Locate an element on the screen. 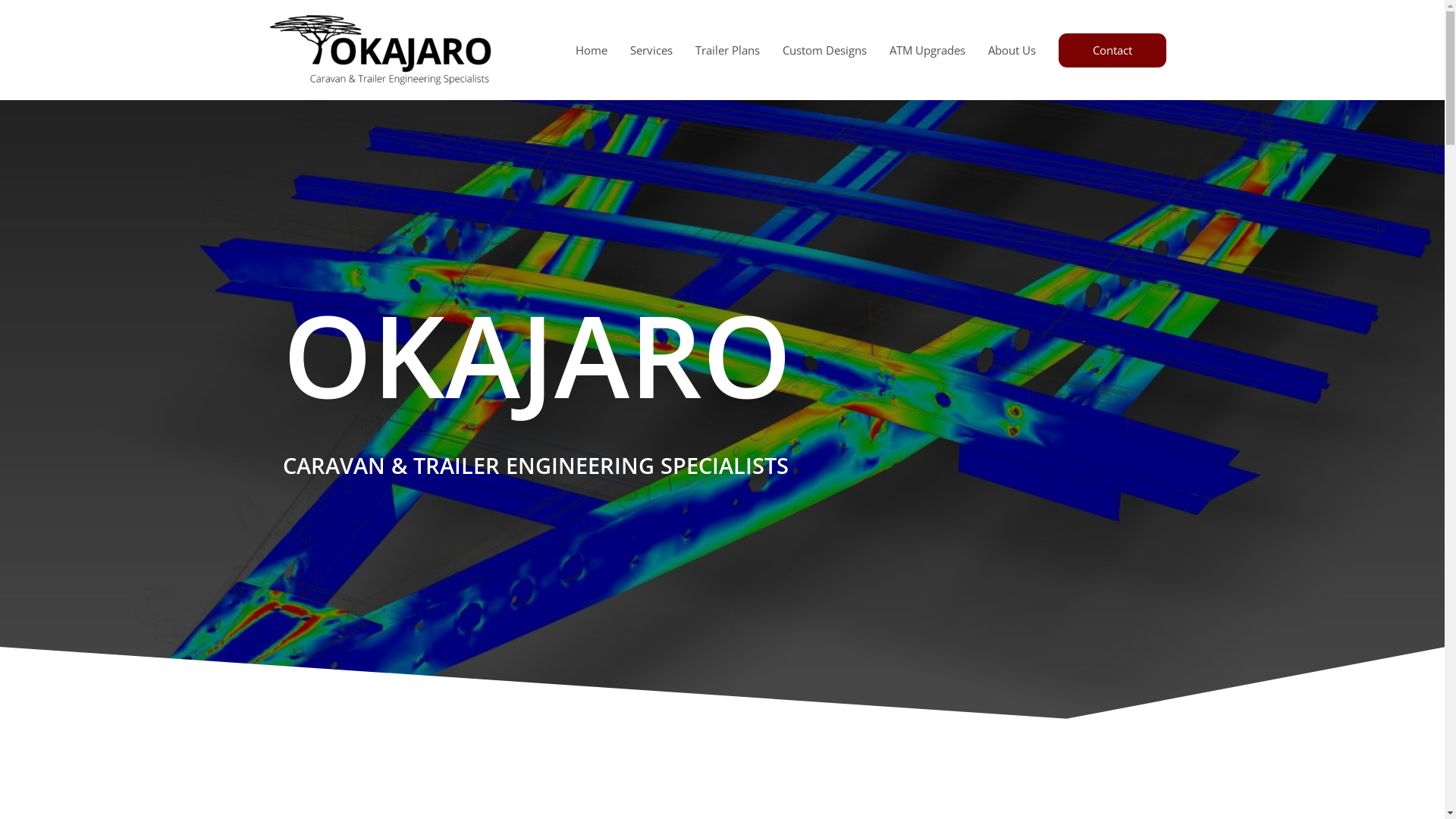  'Home' is located at coordinates (590, 49).